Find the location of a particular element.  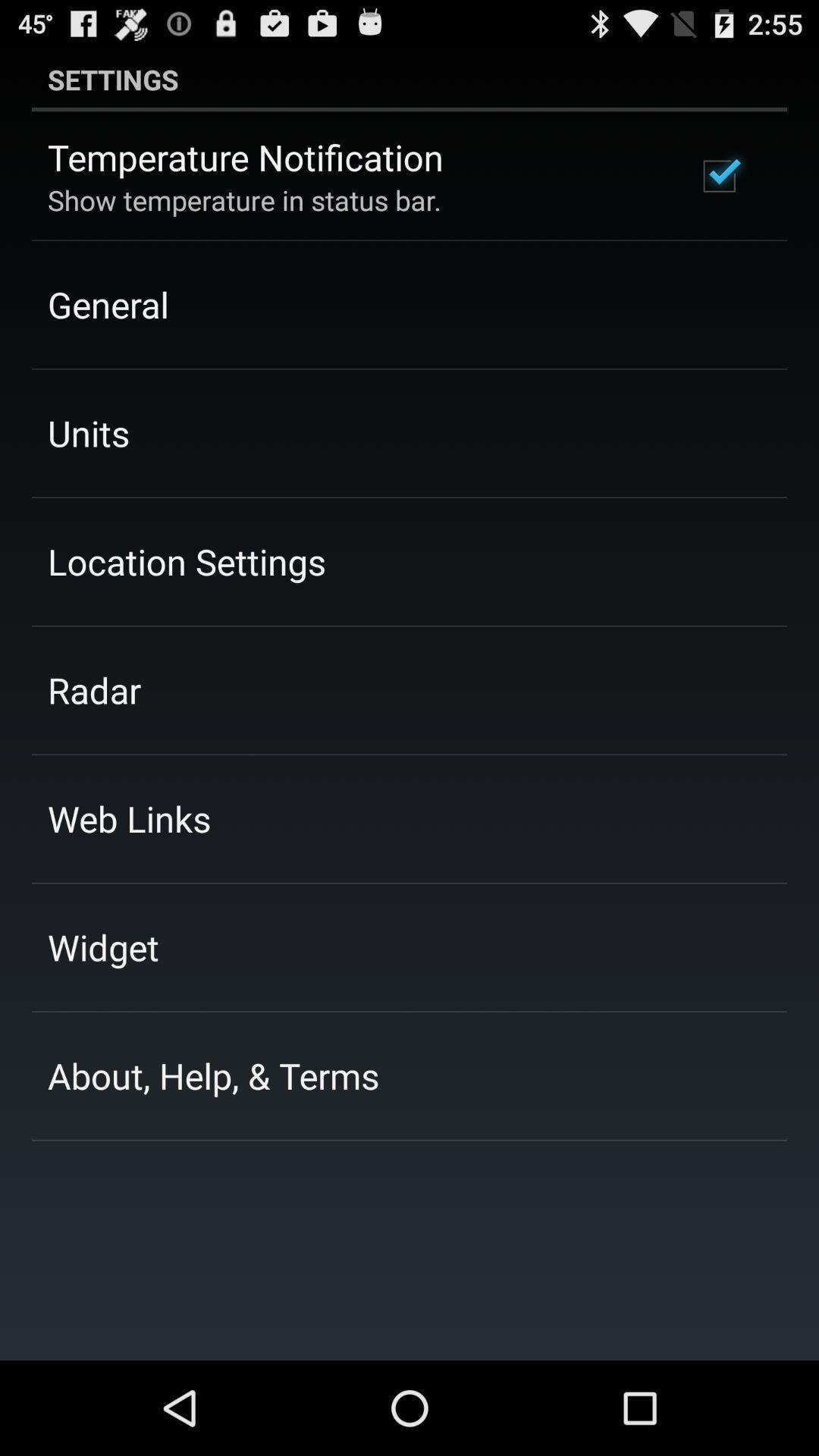

app below the settings app is located at coordinates (245, 157).